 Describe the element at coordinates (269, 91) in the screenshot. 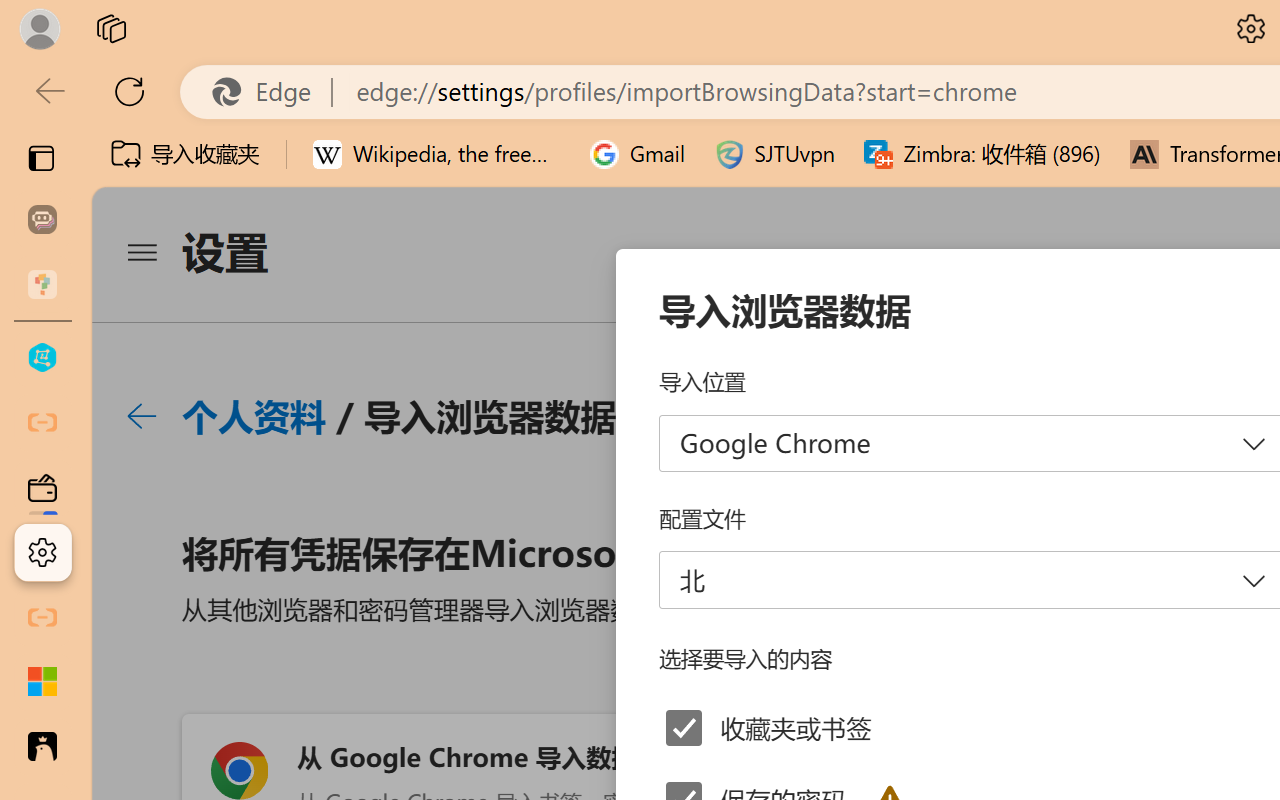

I see `'Edge'` at that location.